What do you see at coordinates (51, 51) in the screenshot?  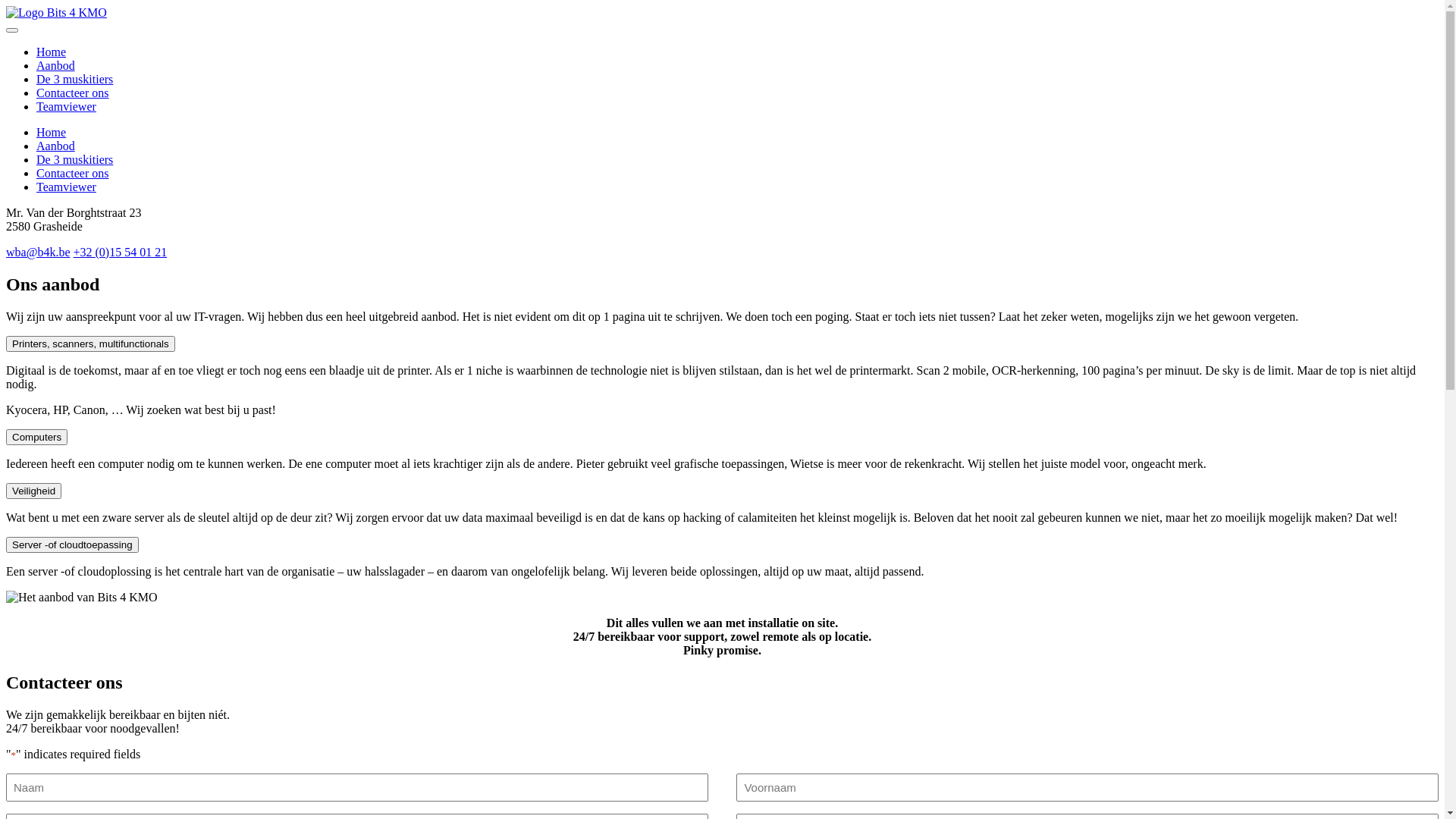 I see `'Home'` at bounding box center [51, 51].